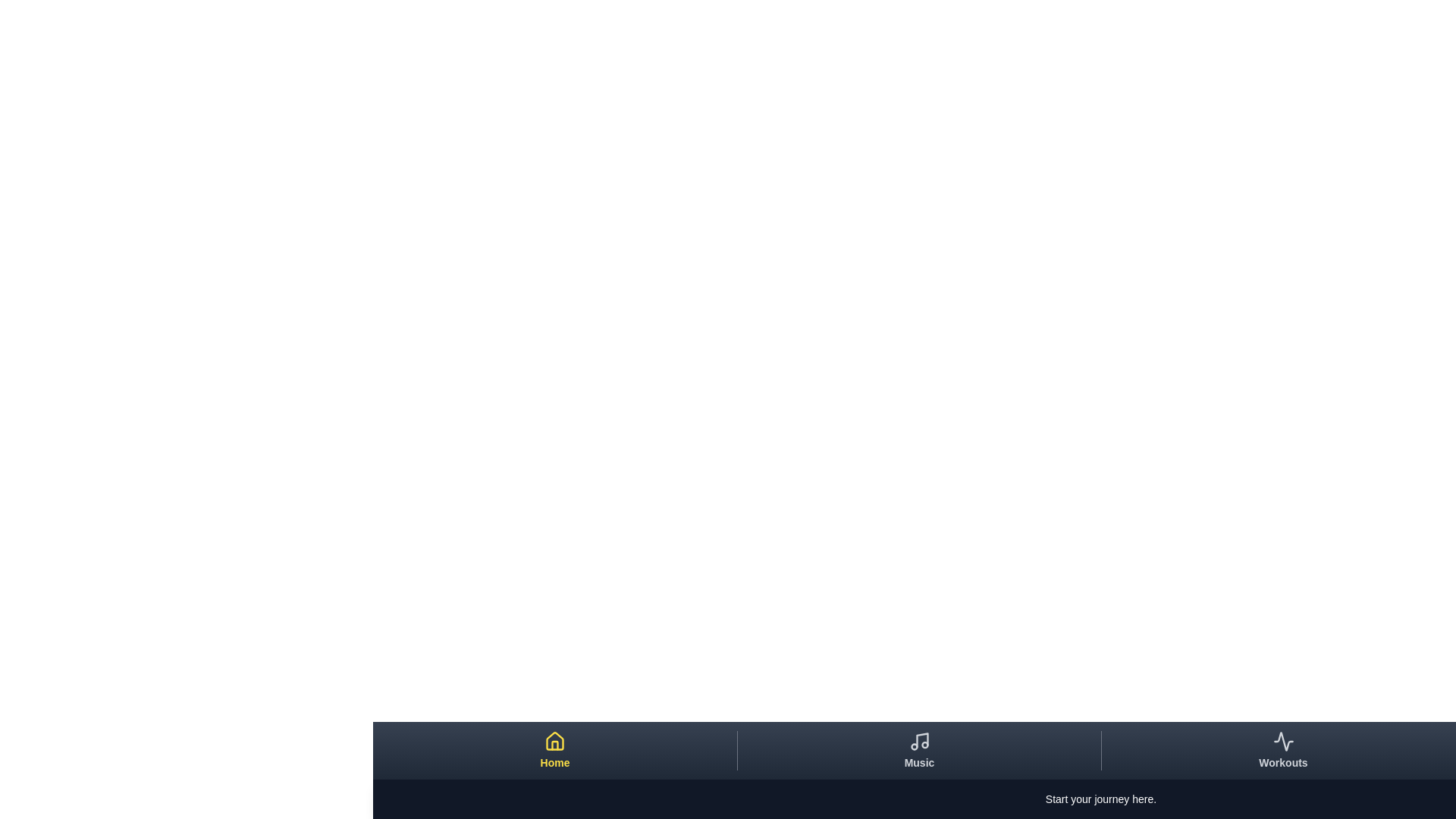  Describe the element at coordinates (918, 751) in the screenshot. I see `the tab Music to preview its hover effects` at that location.